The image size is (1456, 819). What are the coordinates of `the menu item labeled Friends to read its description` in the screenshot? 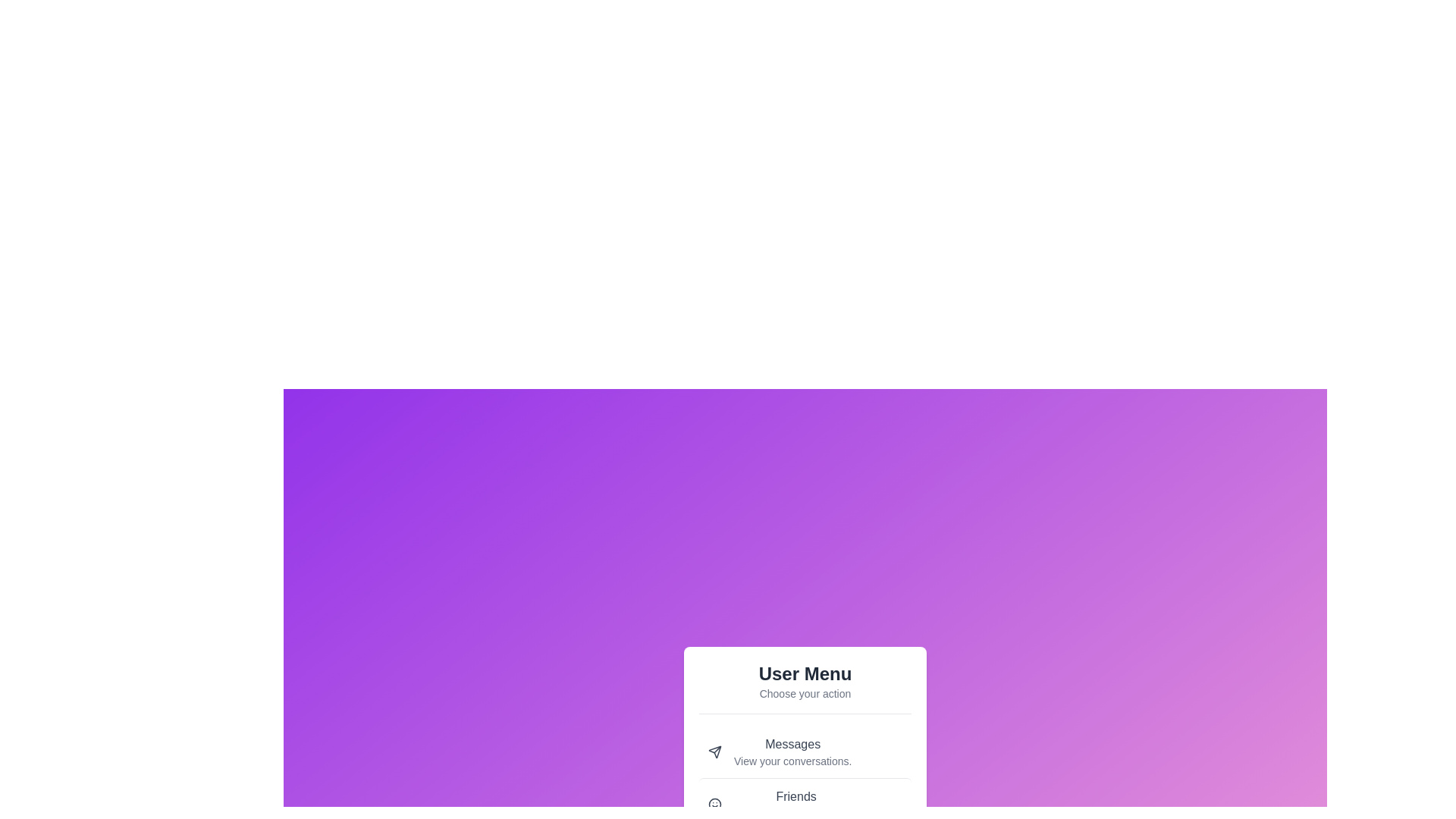 It's located at (804, 803).